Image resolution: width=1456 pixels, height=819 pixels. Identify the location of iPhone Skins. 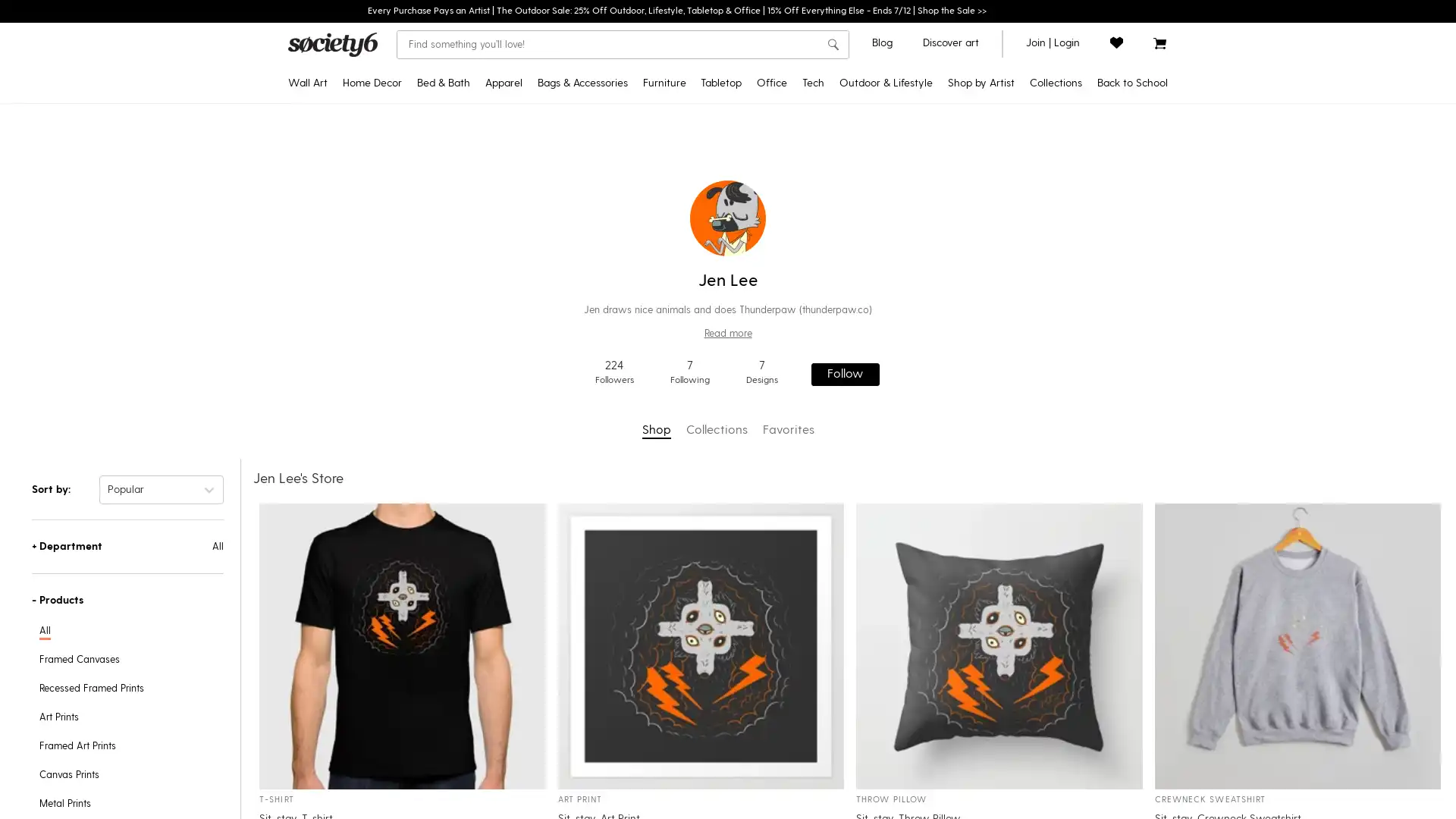
(867, 390).